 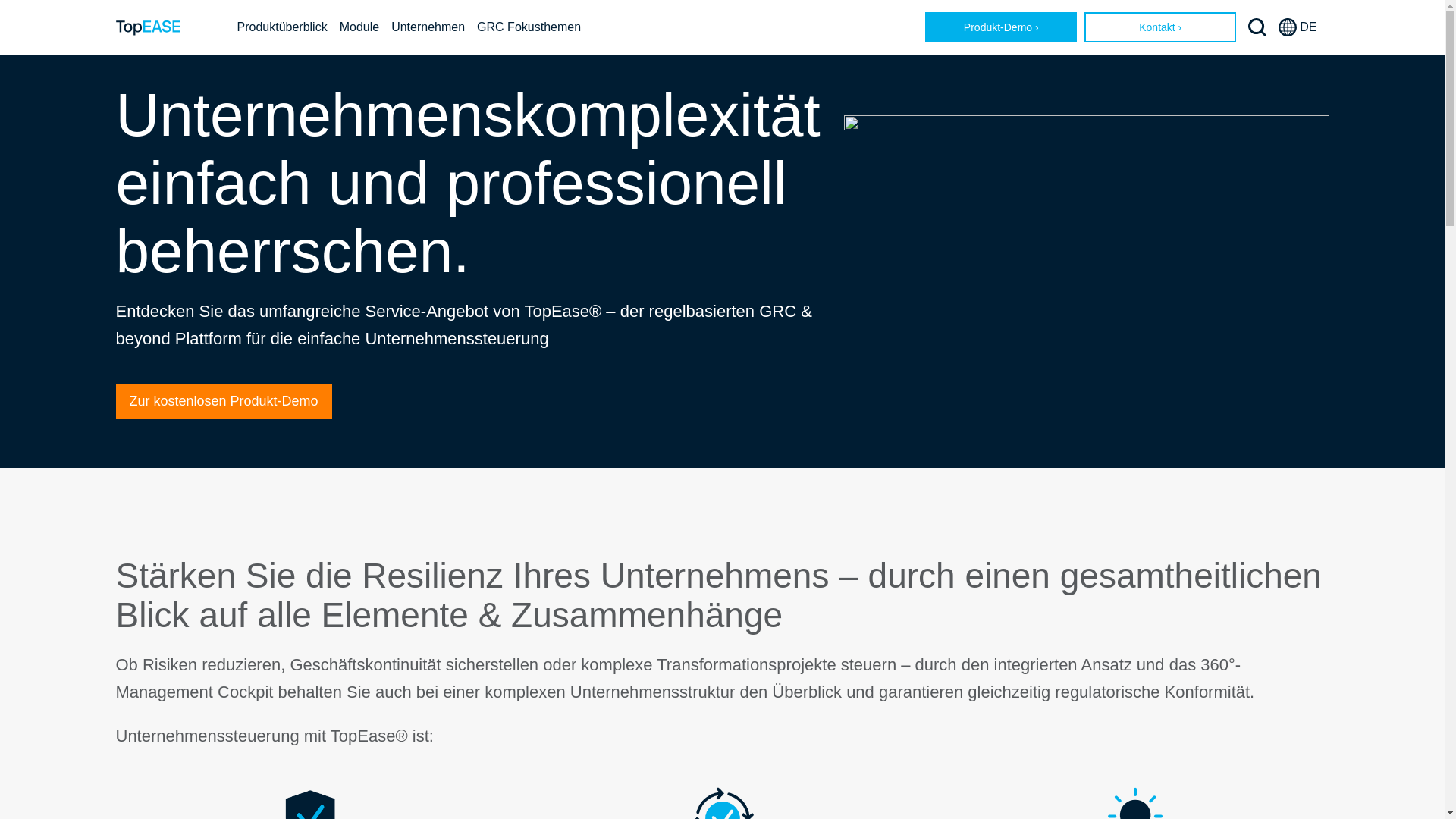 What do you see at coordinates (1001, 27) in the screenshot?
I see `'Produkt-Demo'` at bounding box center [1001, 27].